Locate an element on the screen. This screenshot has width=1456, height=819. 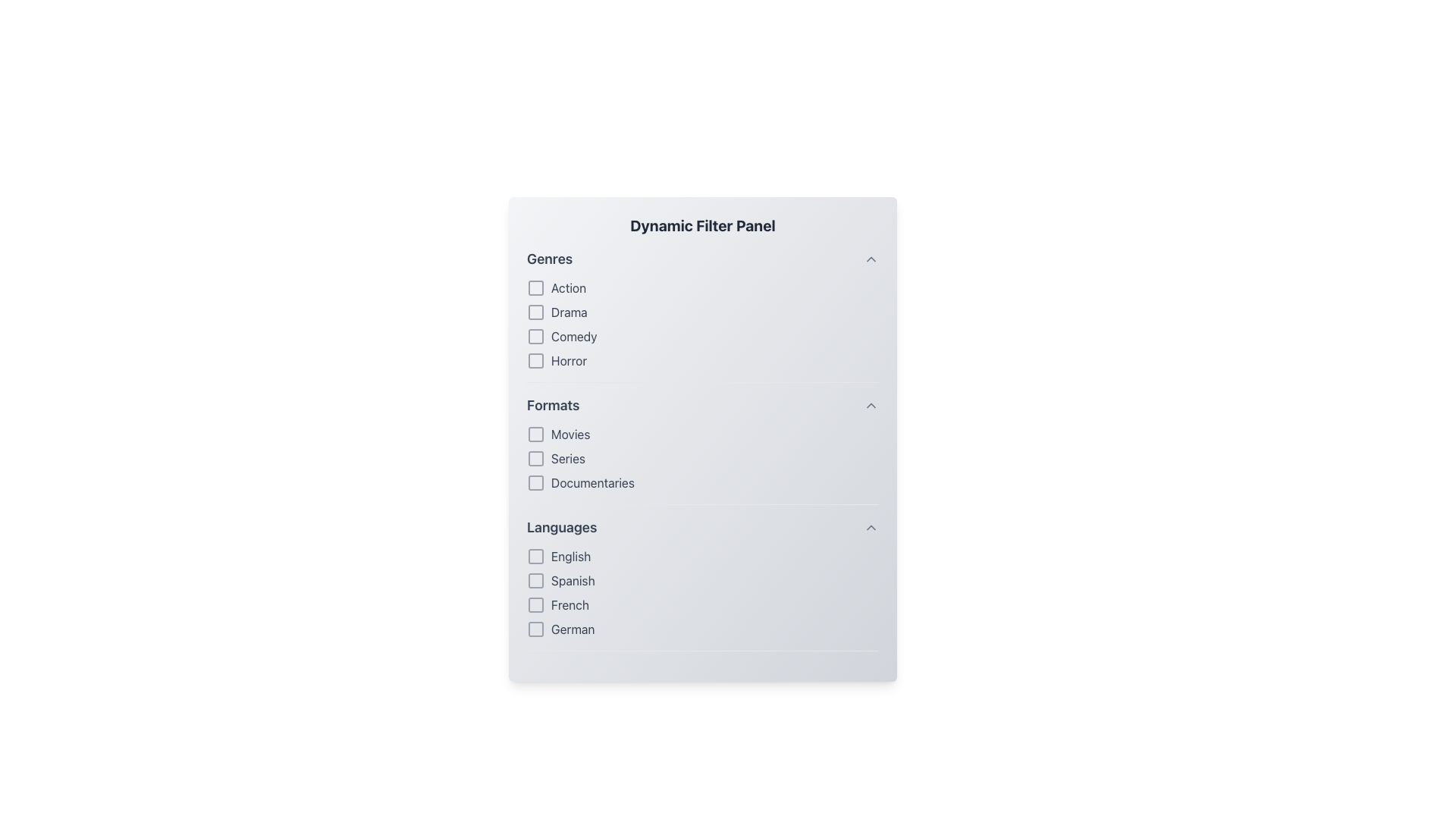
the upward-pointing chevron icon located to the right of the 'Genres' section title for visual feedback is located at coordinates (871, 259).